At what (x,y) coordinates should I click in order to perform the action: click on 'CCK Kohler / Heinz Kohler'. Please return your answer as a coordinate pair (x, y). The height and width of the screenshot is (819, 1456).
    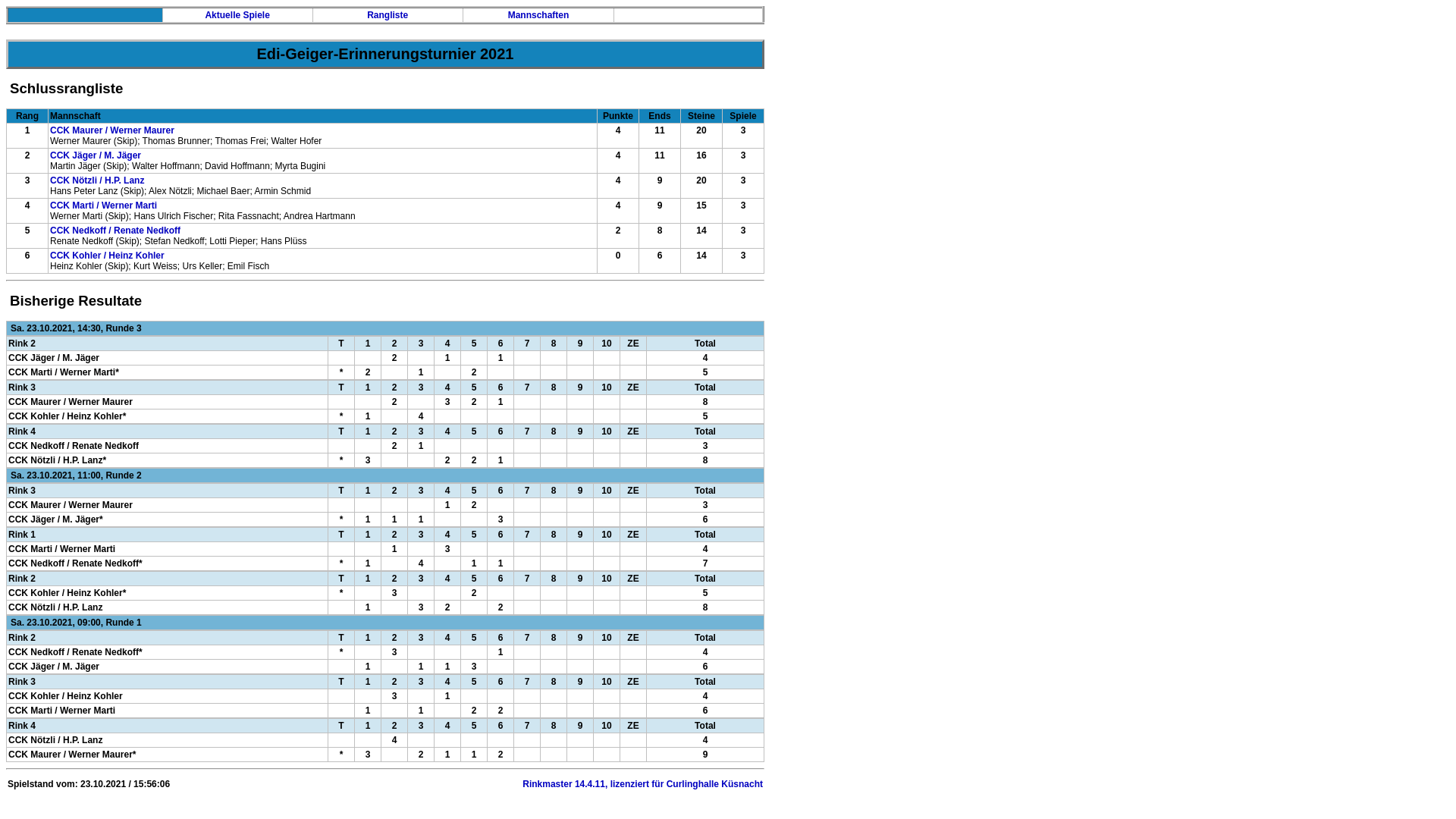
    Looking at the image, I should click on (106, 254).